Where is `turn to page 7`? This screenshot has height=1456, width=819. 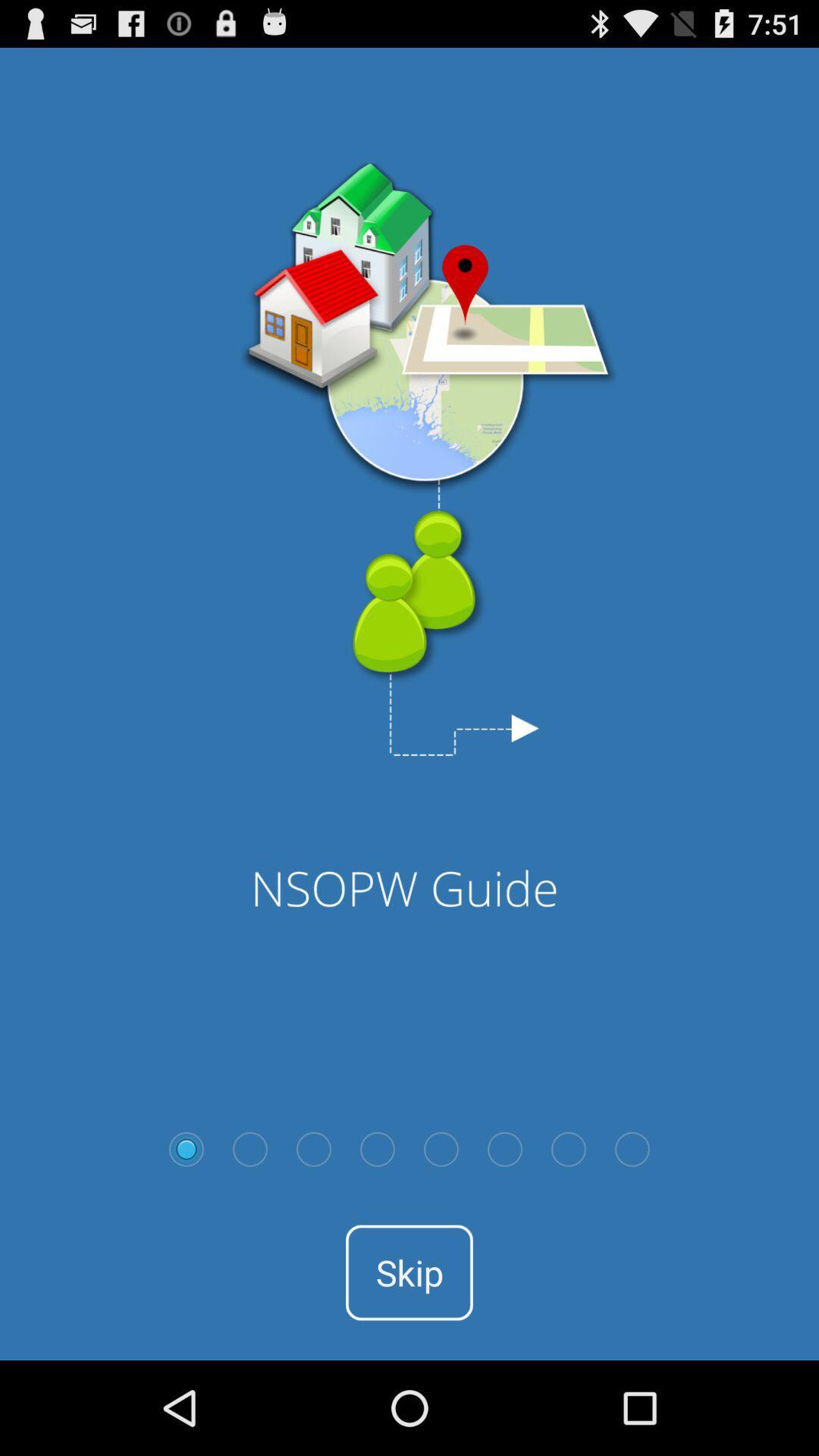
turn to page 7 is located at coordinates (568, 1149).